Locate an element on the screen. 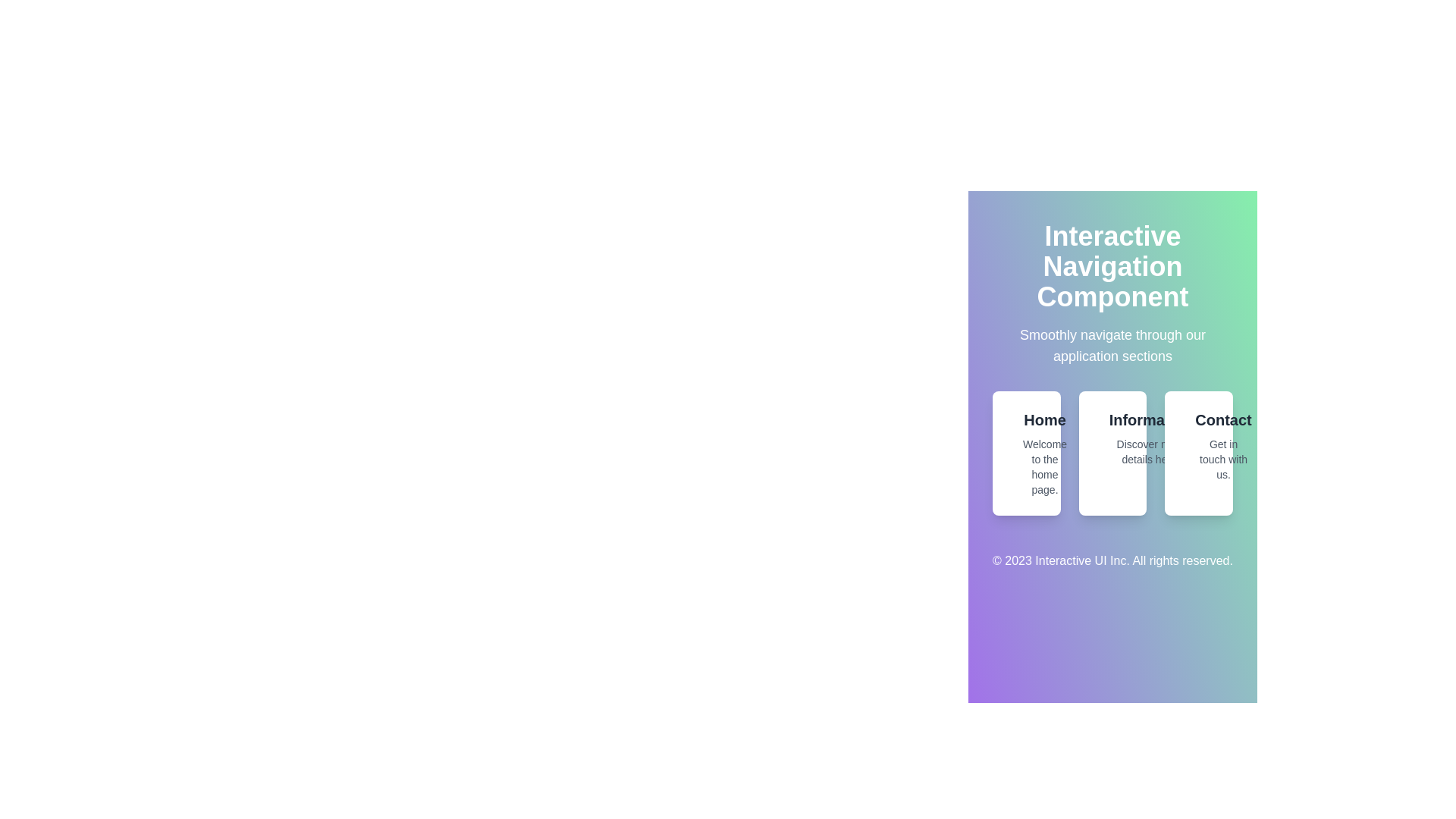 This screenshot has height=819, width=1456. text label displaying the word 'Information' that is bold and prominently styled, located in the center column of a three-card layout, above the smaller text 'Discover more details here.' is located at coordinates (1150, 420).